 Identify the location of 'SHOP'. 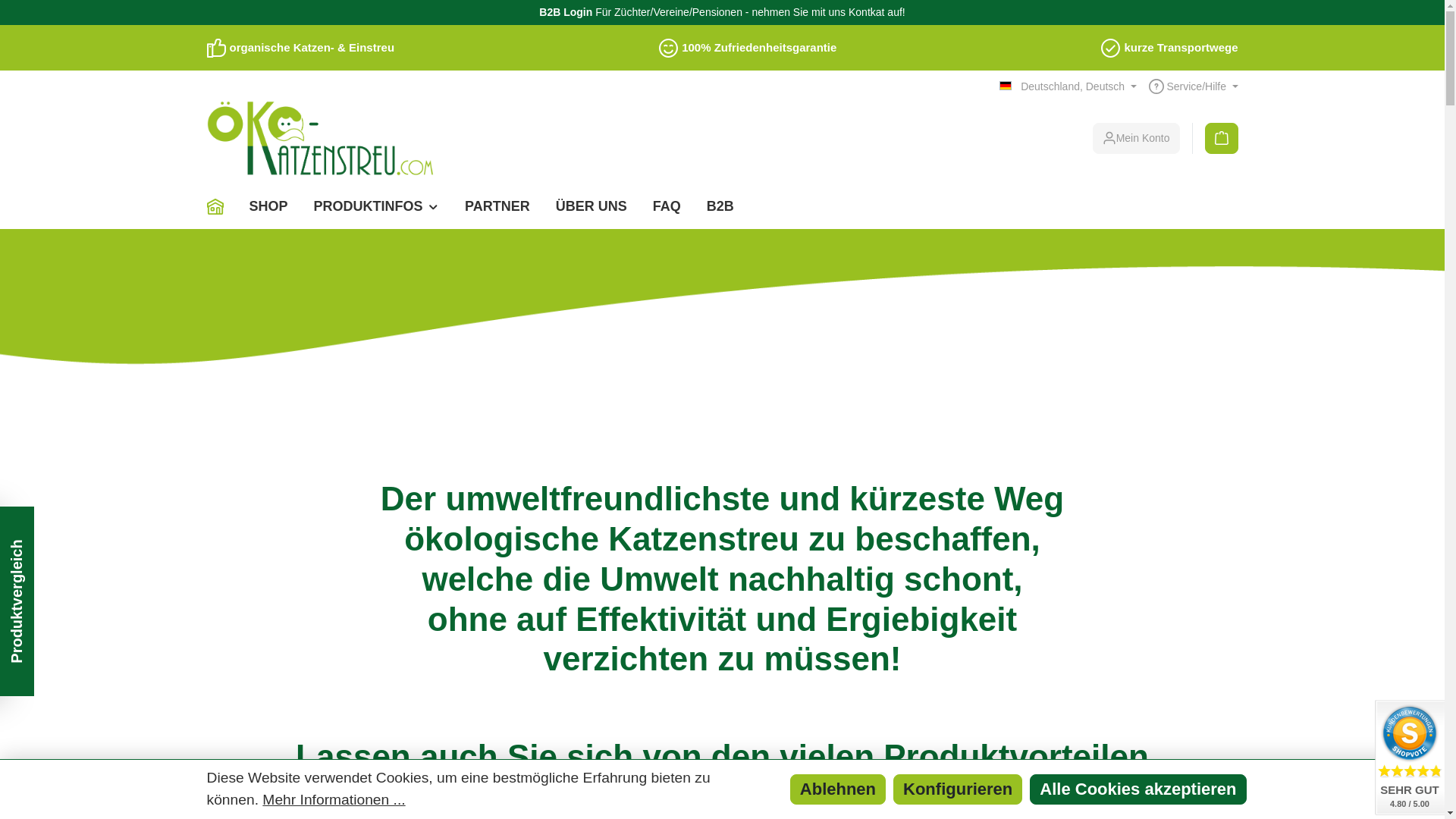
(268, 206).